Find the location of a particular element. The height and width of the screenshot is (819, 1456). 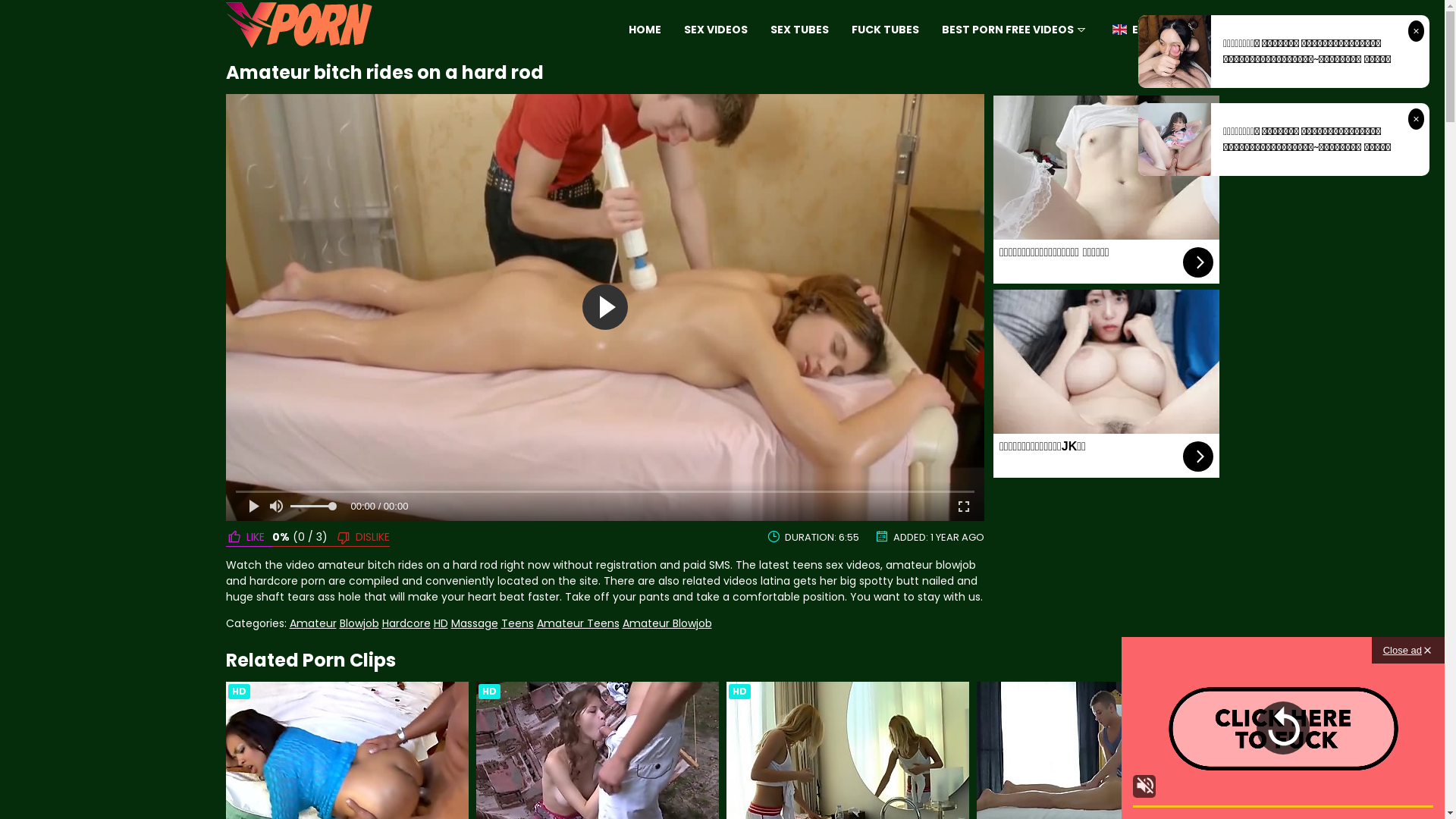

'Hardcore' is located at coordinates (406, 623).